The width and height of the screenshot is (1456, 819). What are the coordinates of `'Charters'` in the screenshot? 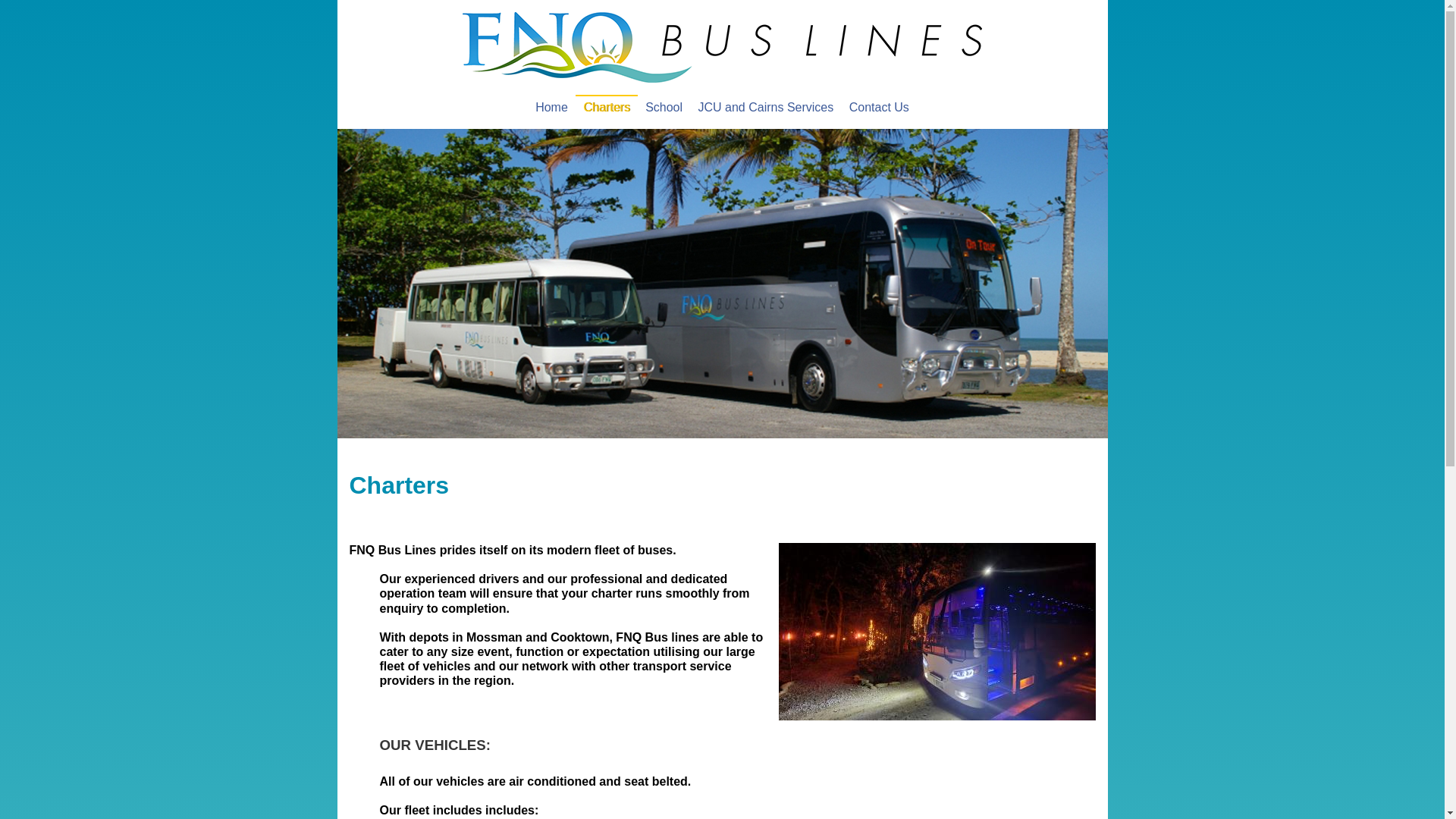 It's located at (607, 106).